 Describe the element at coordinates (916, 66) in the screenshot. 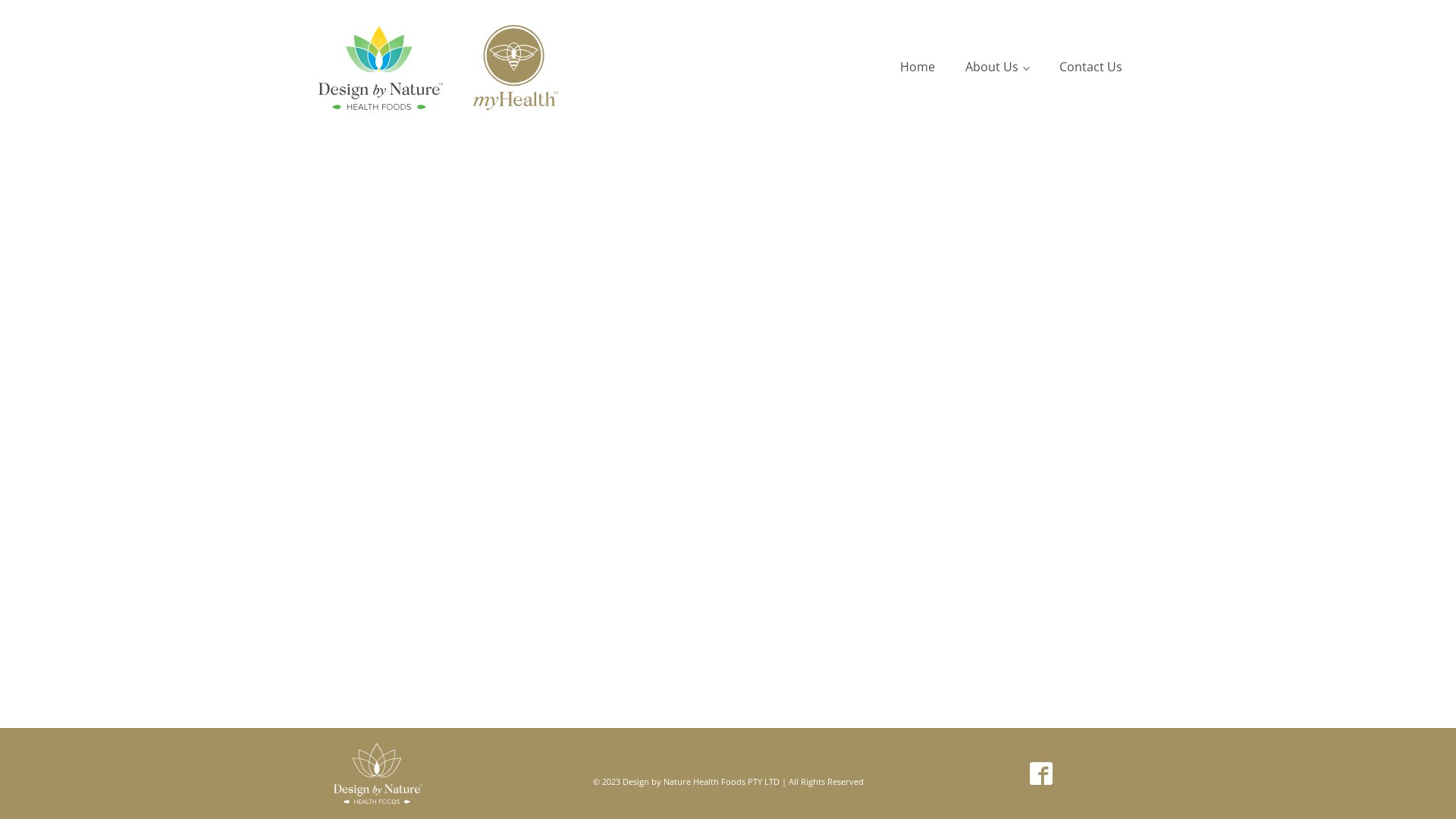

I see `'Home'` at that location.